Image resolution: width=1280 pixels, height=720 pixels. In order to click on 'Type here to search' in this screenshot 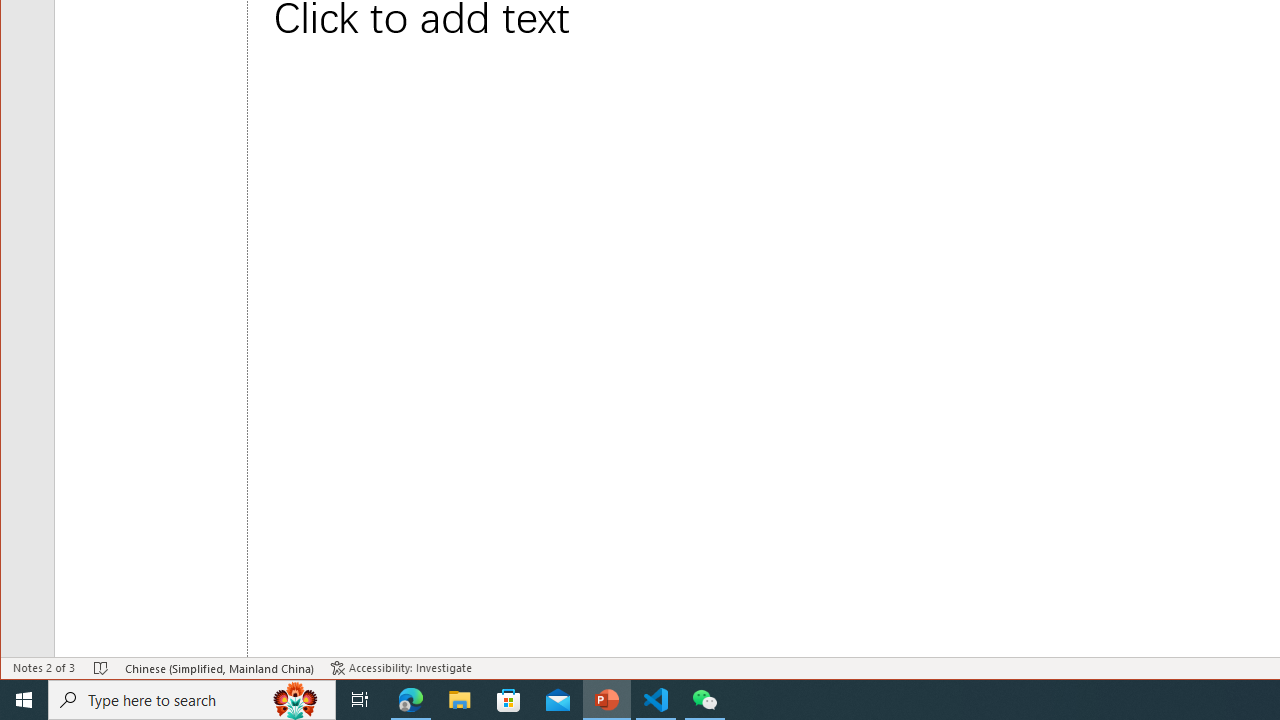, I will do `click(192, 698)`.